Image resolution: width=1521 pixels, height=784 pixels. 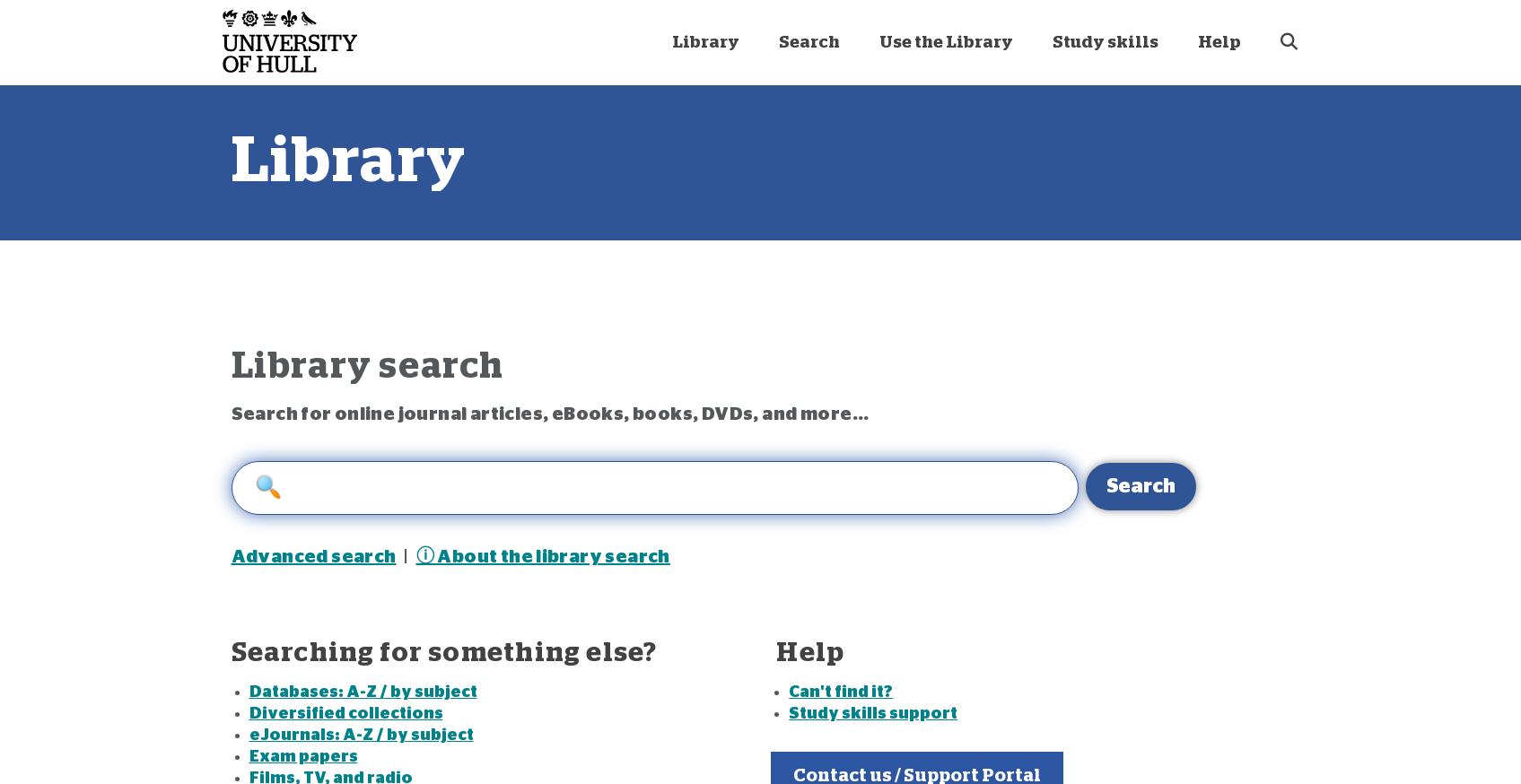 What do you see at coordinates (947, 279) in the screenshot?
I see `'10:00 - 11:00 Saturday, 4th November 2023'` at bounding box center [947, 279].